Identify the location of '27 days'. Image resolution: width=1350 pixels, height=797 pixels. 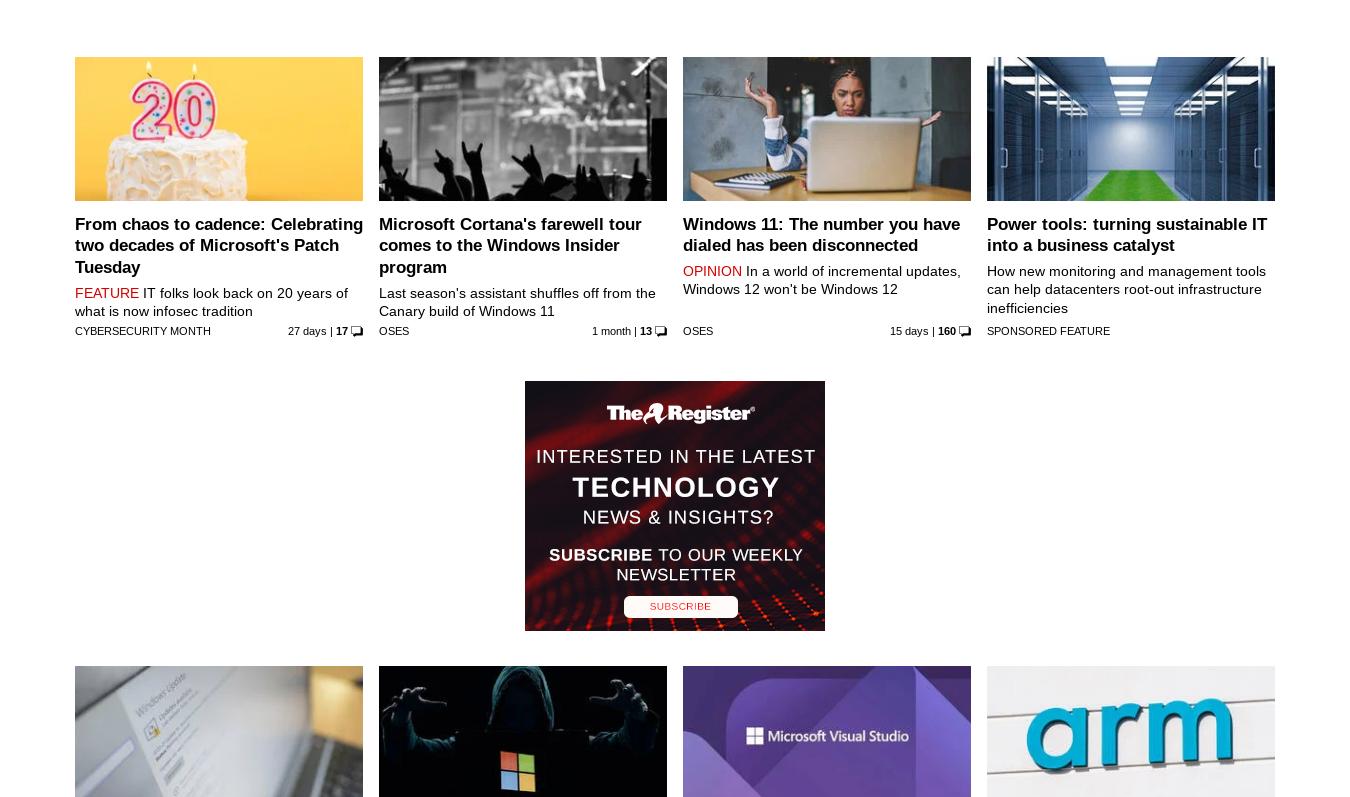
(305, 329).